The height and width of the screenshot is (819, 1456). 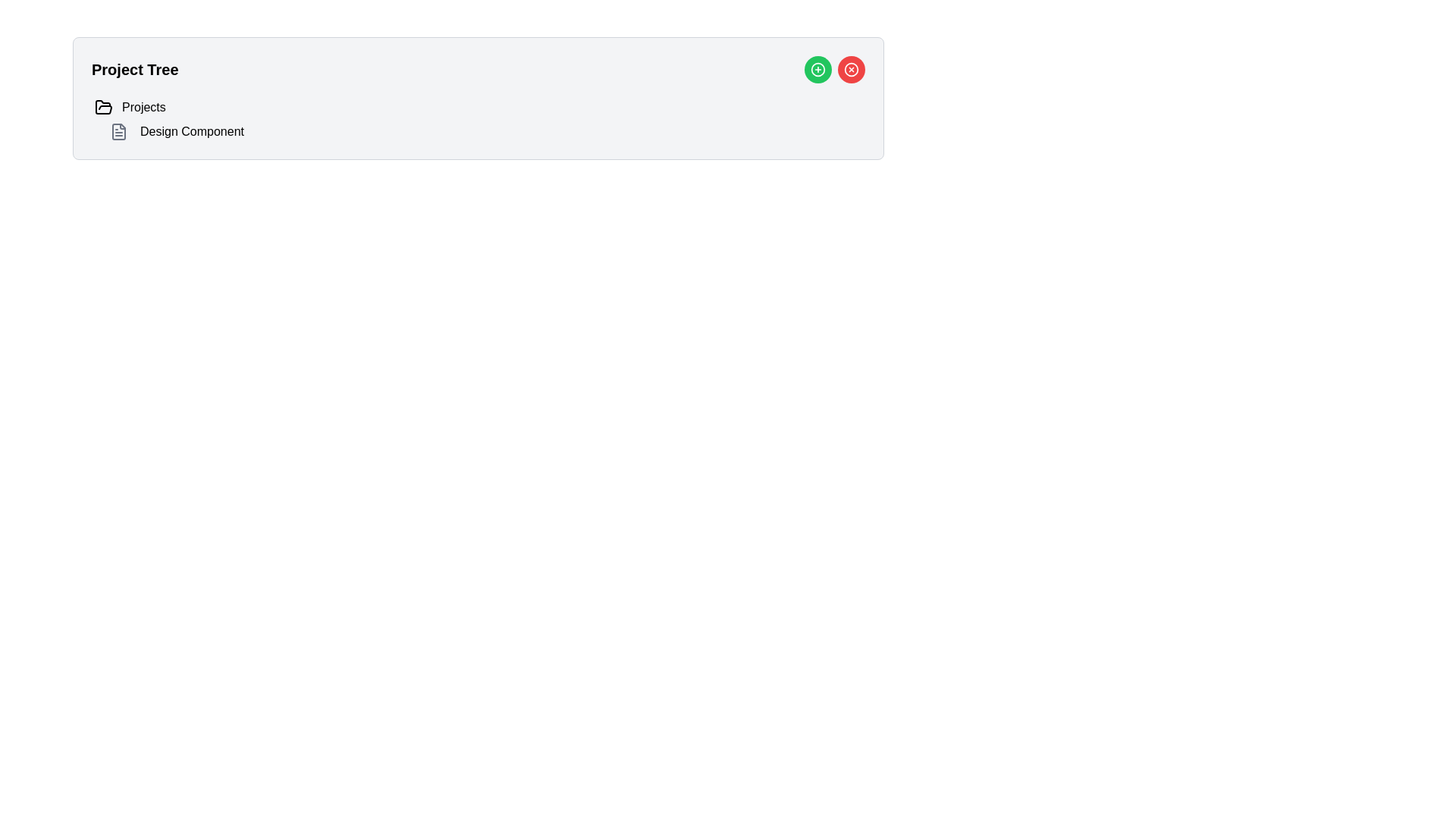 What do you see at coordinates (143, 107) in the screenshot?
I see `the 'Projects' text label, which is styled with a medium-weight font and positioned next to a folder icon in a project tree structure` at bounding box center [143, 107].